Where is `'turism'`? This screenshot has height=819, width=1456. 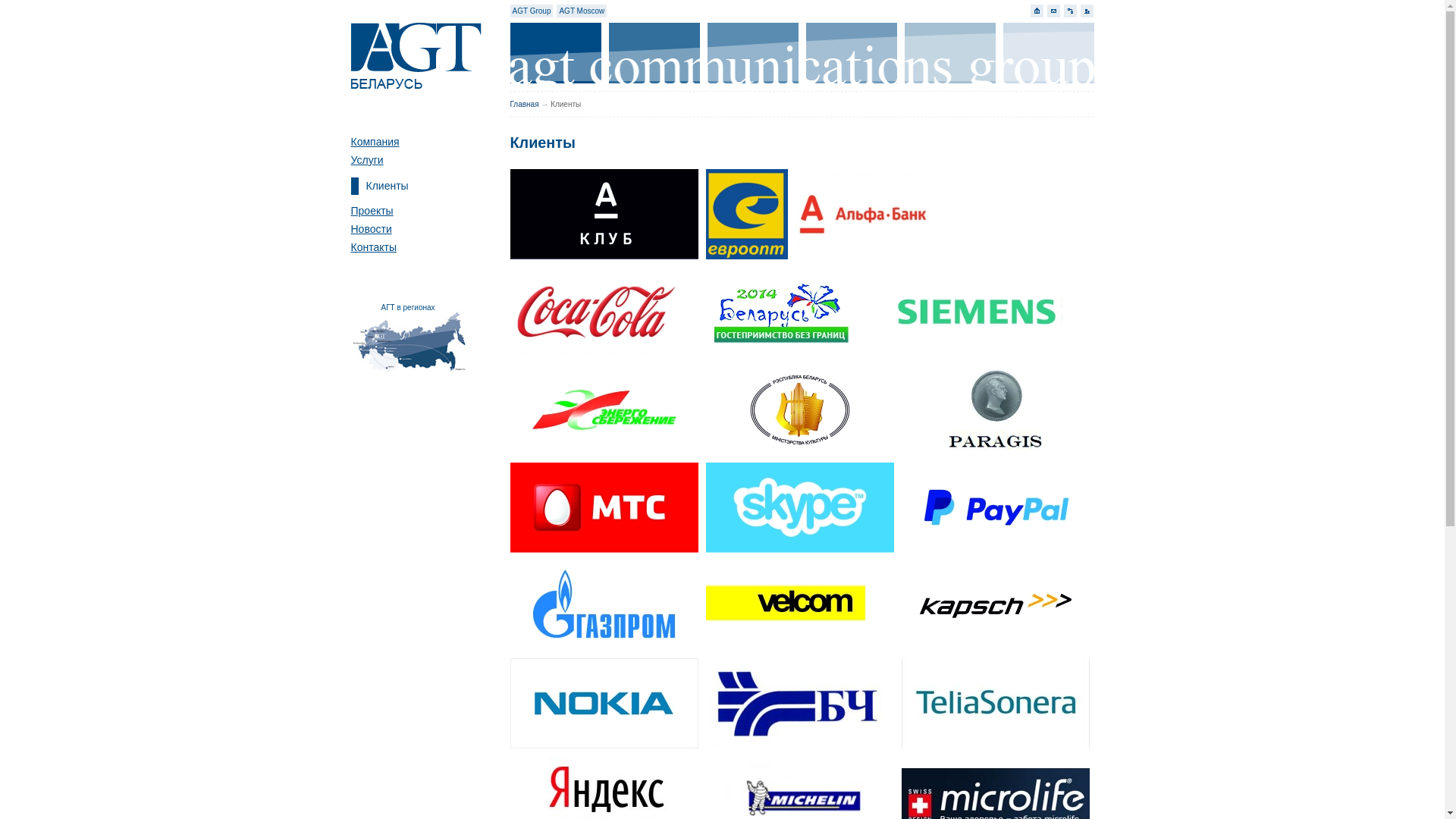
'turism' is located at coordinates (686, 311).